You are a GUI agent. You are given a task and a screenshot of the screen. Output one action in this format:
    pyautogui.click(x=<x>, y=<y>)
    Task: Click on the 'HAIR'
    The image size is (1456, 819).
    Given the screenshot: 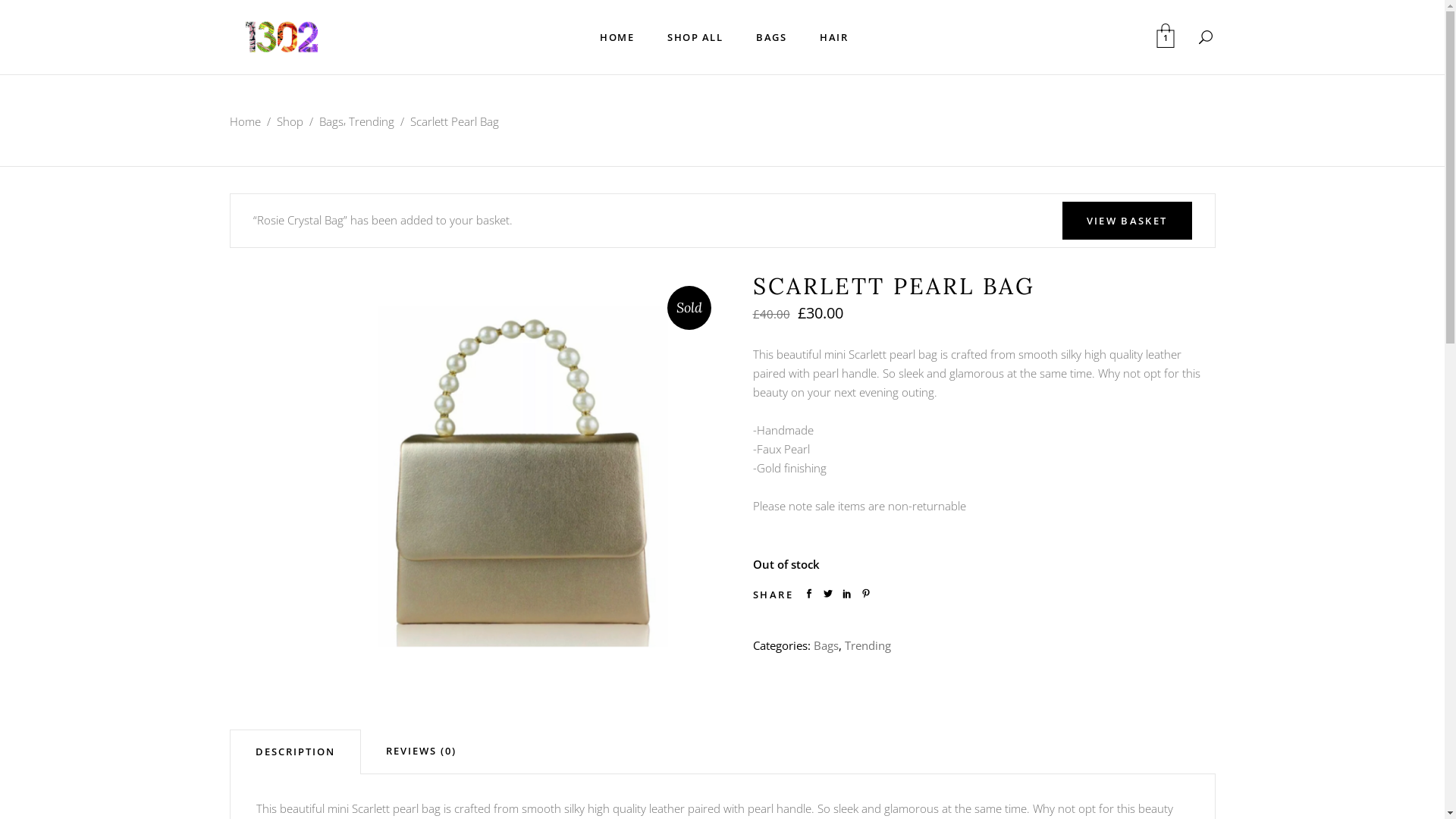 What is the action you would take?
    pyautogui.click(x=833, y=36)
    